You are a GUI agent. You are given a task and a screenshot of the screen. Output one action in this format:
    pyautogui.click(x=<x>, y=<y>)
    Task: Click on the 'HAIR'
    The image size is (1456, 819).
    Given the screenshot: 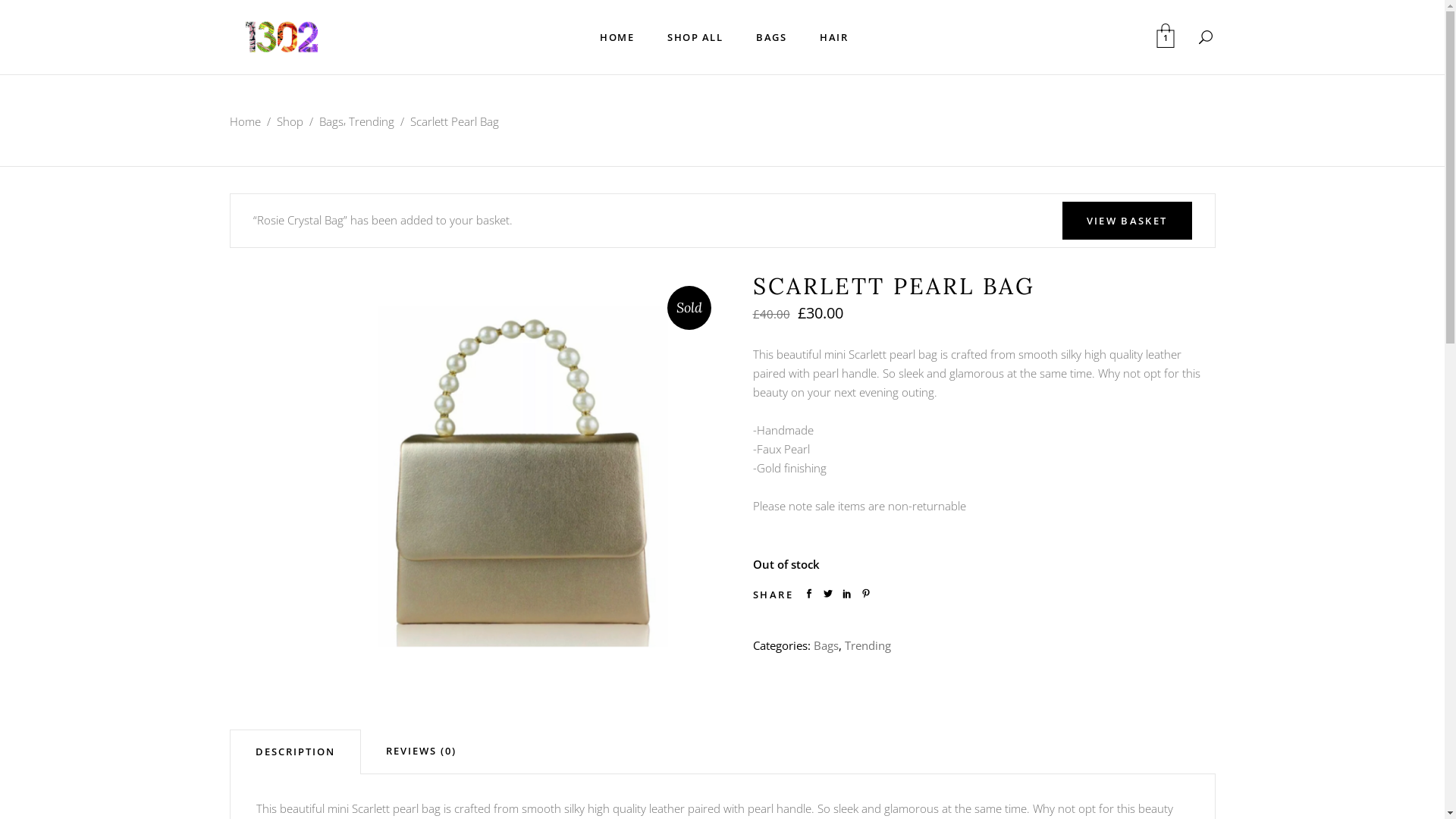 What is the action you would take?
    pyautogui.click(x=833, y=36)
    